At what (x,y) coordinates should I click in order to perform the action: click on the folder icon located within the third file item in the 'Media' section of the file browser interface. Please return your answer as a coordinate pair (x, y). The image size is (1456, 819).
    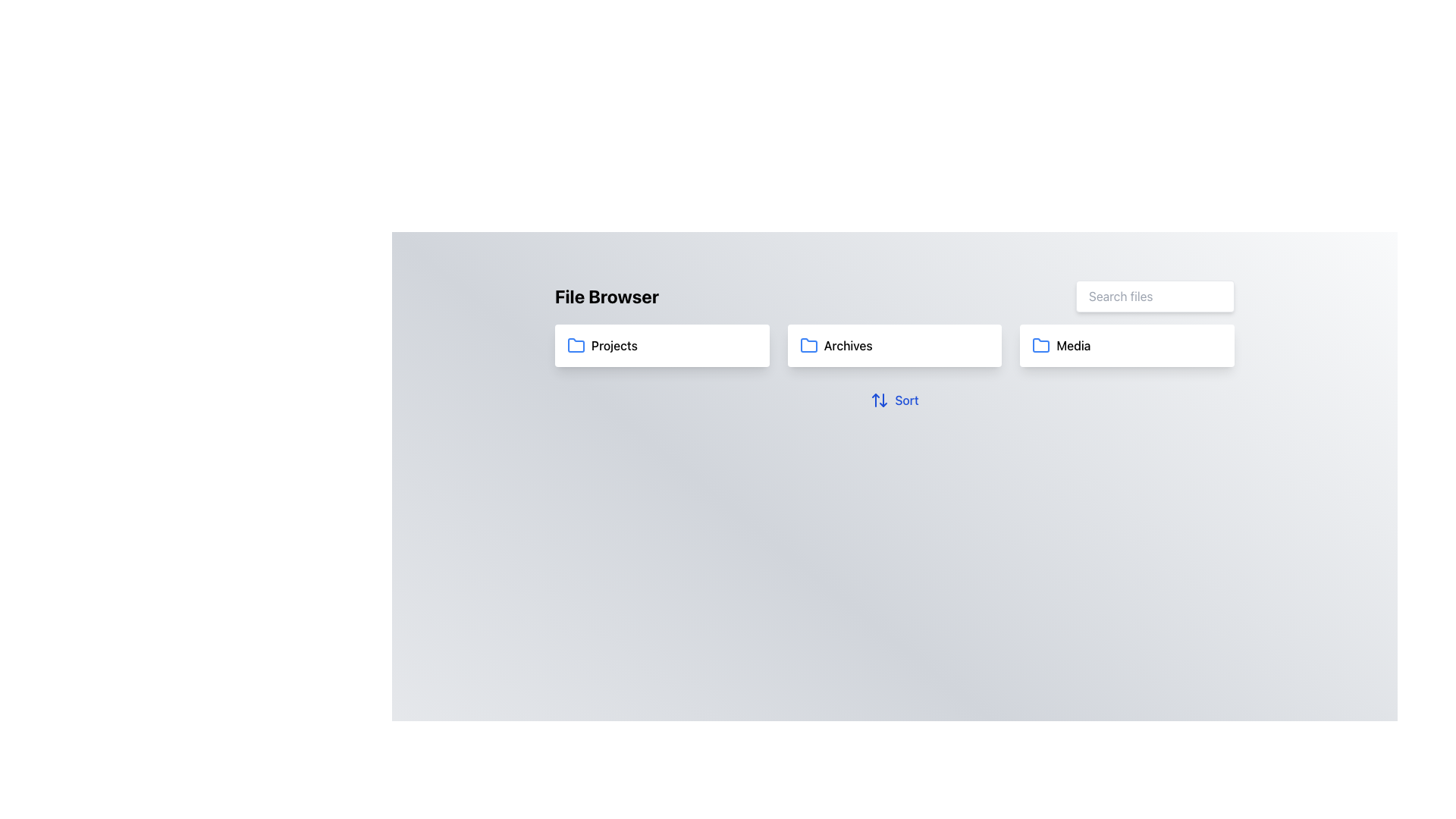
    Looking at the image, I should click on (1040, 345).